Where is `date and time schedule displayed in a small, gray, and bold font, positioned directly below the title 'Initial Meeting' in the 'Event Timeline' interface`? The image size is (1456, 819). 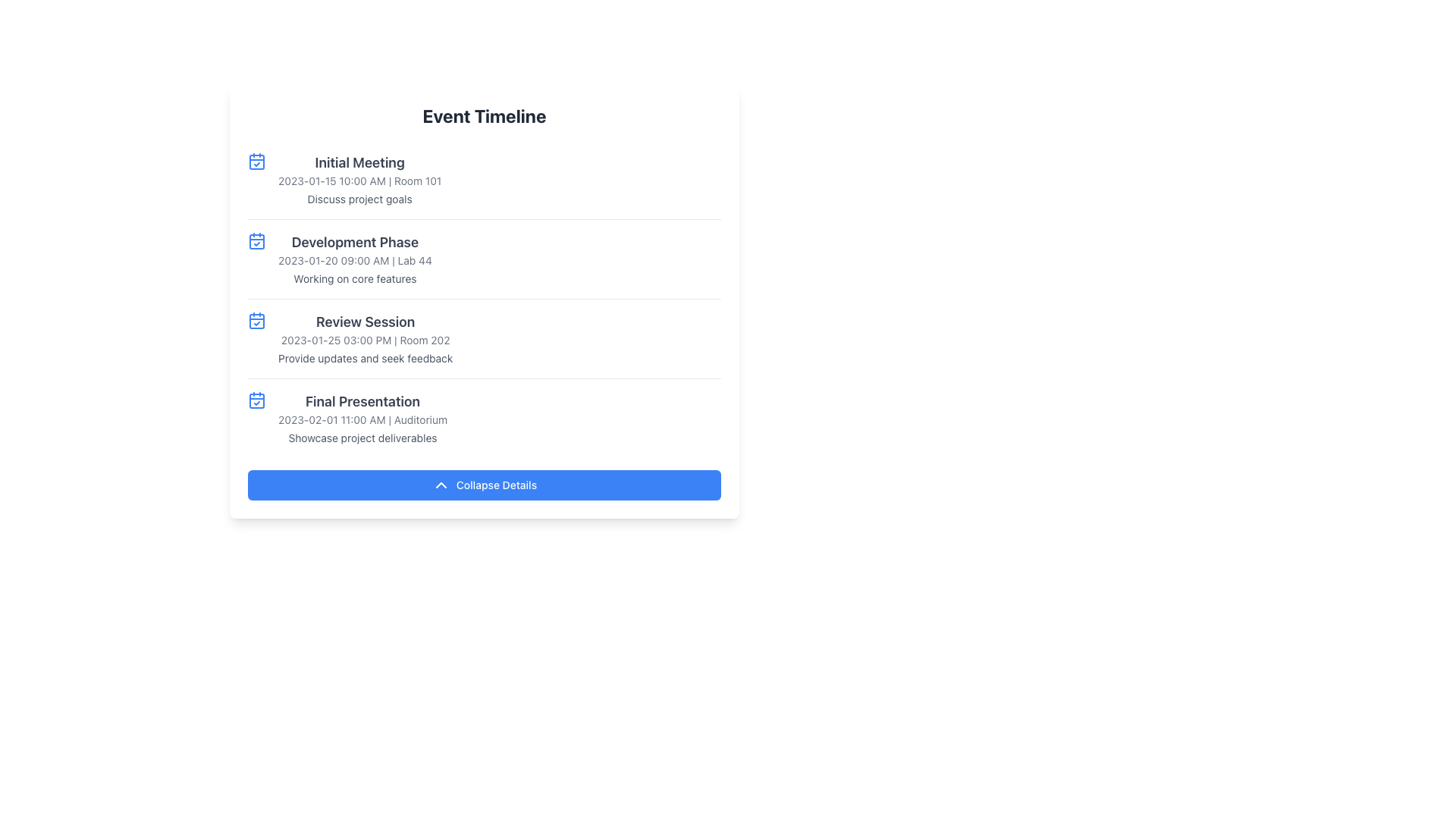
date and time schedule displayed in a small, gray, and bold font, positioned directly below the title 'Initial Meeting' in the 'Event Timeline' interface is located at coordinates (359, 180).